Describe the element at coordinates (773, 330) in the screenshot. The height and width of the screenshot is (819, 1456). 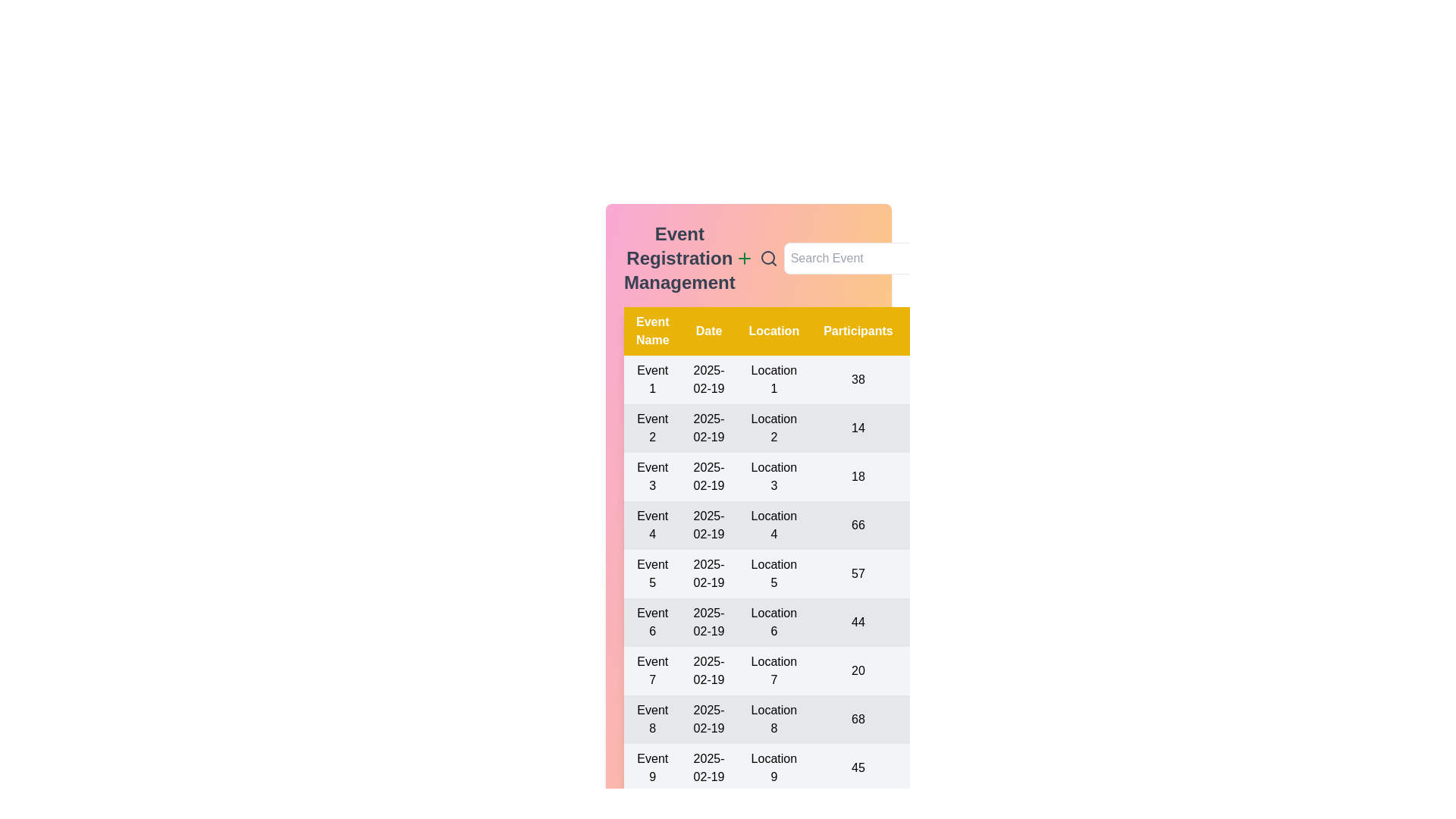
I see `the header of the column 'Location' to sort the table by that column` at that location.